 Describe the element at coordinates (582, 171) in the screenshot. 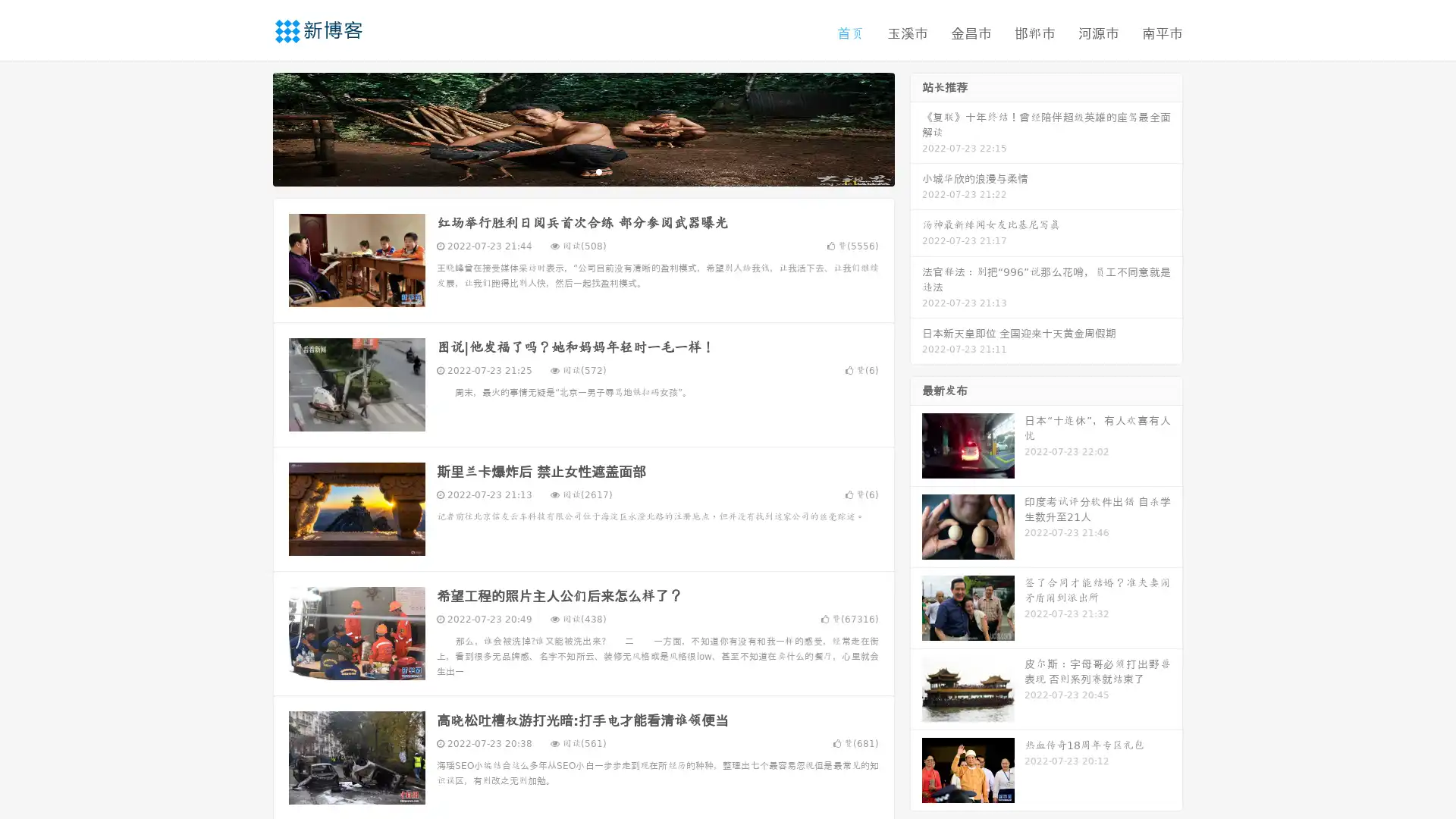

I see `Go to slide 2` at that location.